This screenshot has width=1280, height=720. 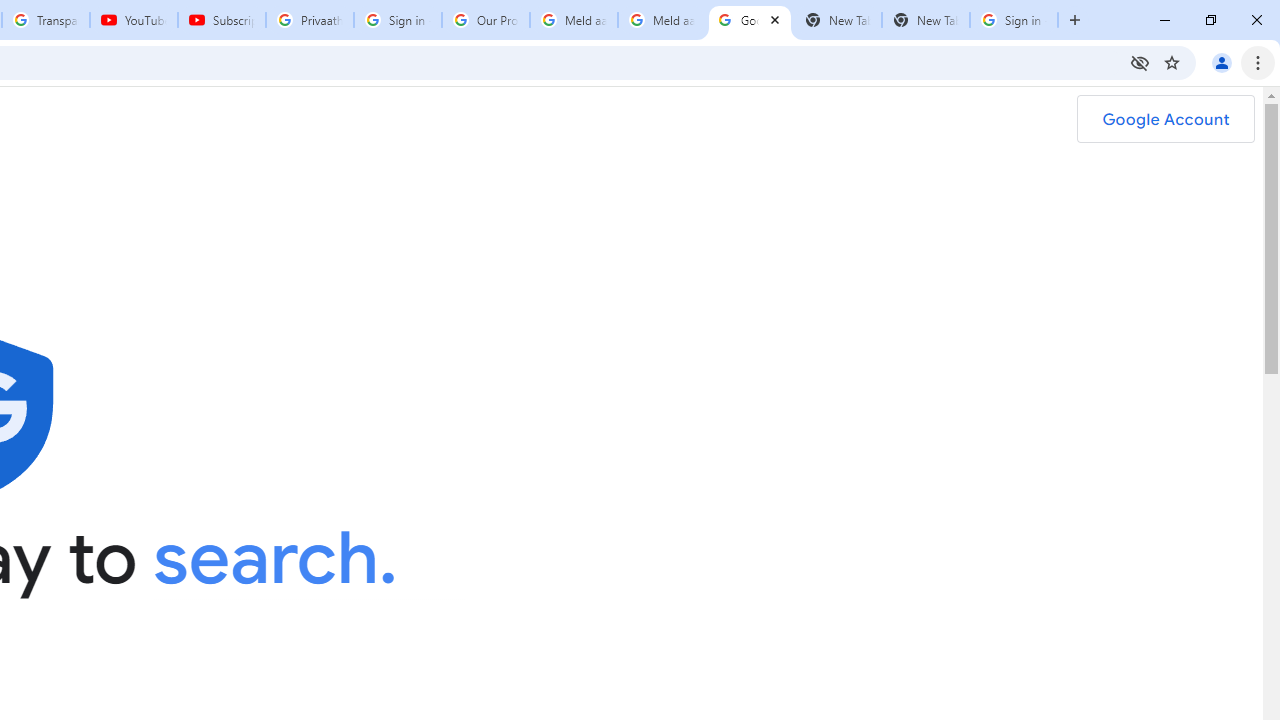 I want to click on 'YouTube', so click(x=132, y=20).